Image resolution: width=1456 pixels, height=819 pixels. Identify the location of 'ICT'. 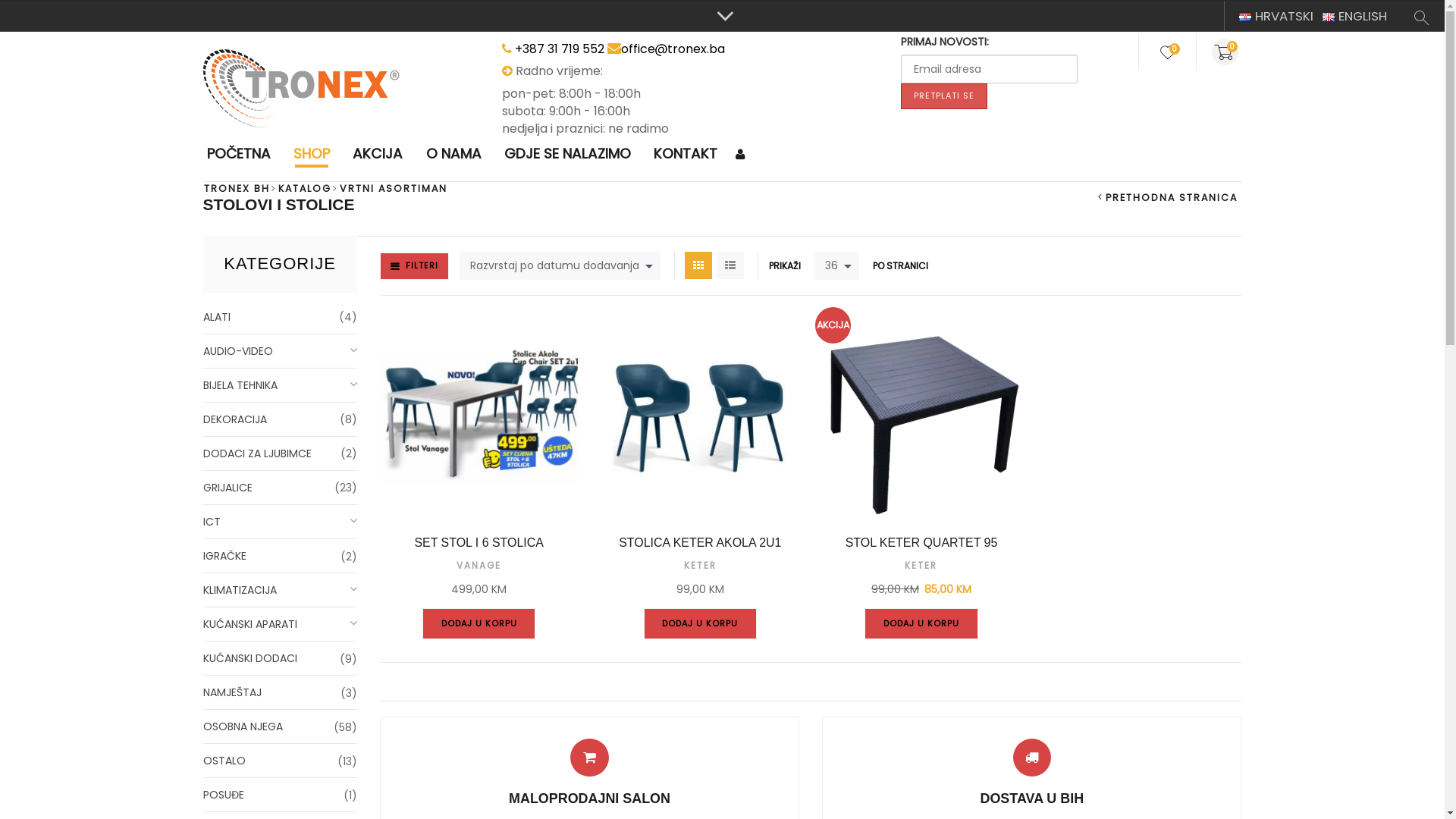
(280, 521).